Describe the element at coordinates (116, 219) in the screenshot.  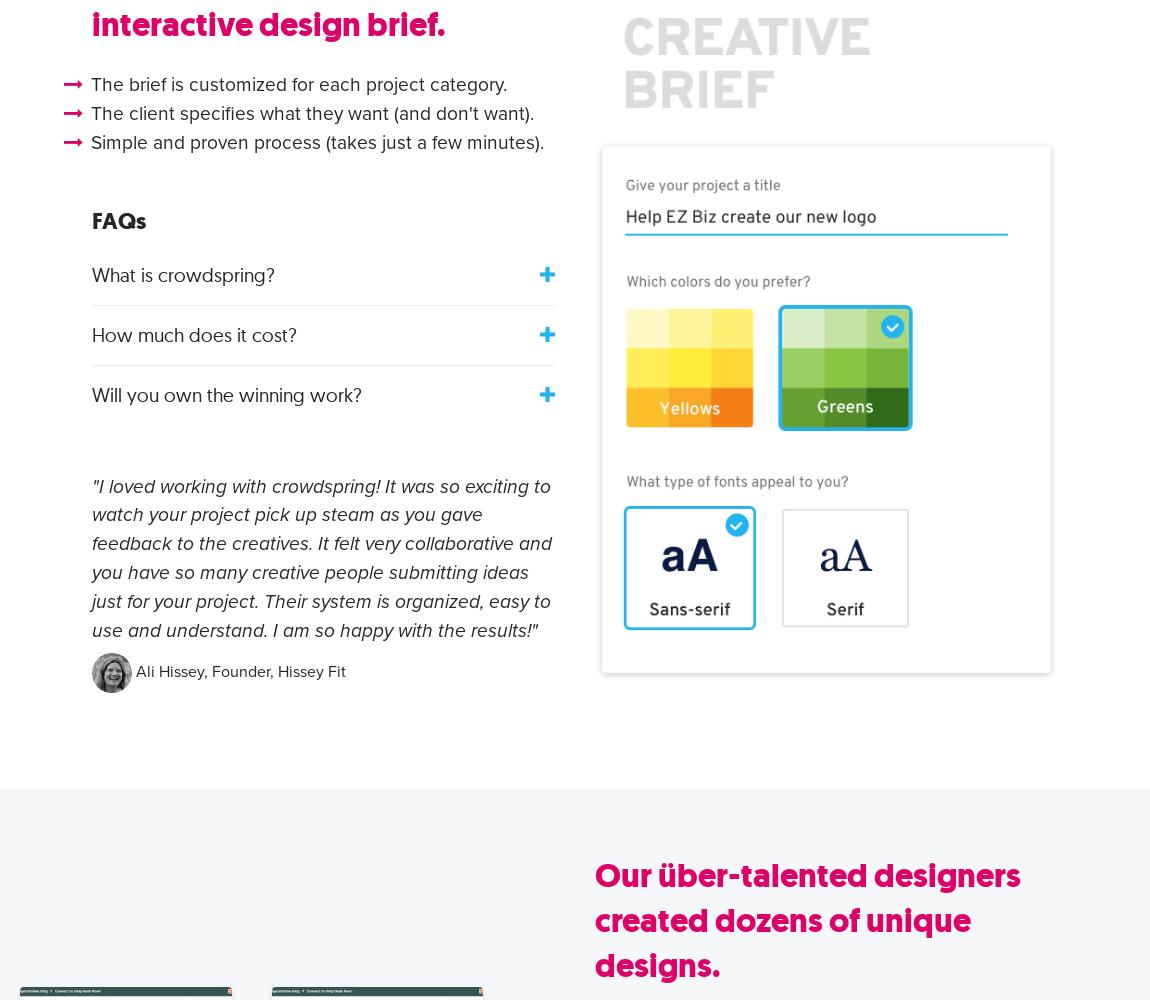
I see `'FAQs'` at that location.